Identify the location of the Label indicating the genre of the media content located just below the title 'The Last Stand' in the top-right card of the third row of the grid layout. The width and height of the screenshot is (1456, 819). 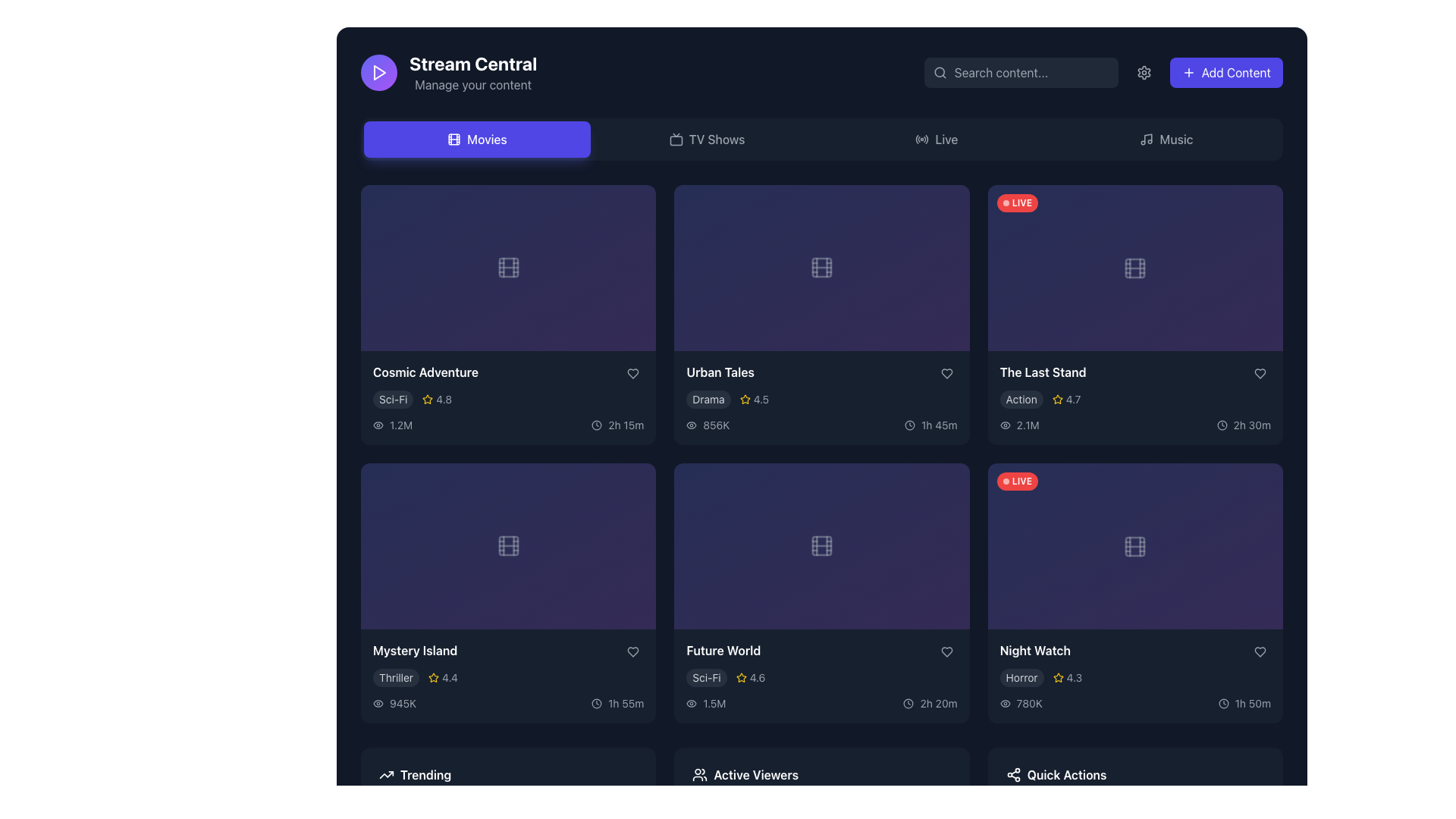
(1021, 399).